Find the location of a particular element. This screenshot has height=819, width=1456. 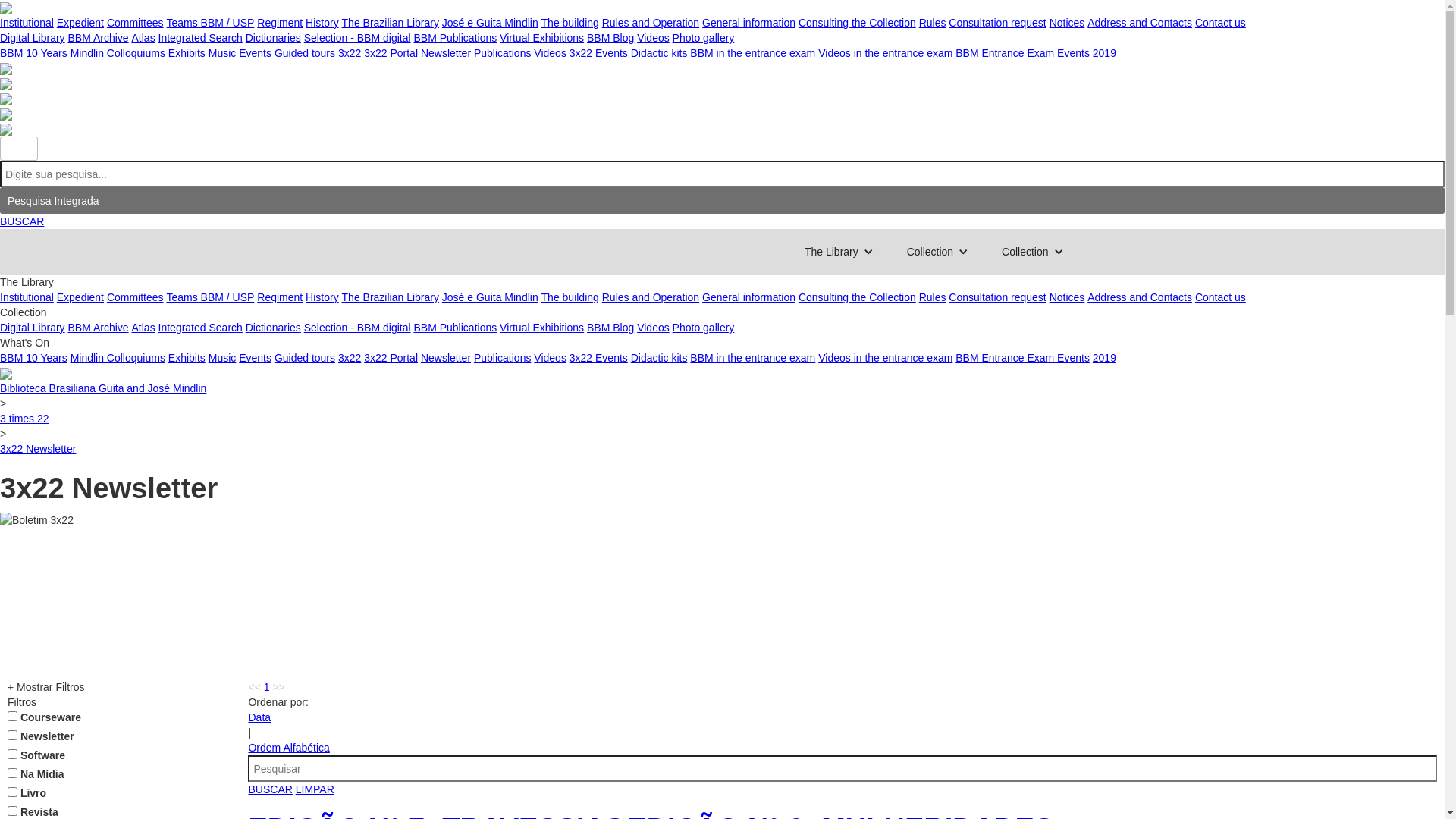

'BBM in the entrance exam' is located at coordinates (752, 52).